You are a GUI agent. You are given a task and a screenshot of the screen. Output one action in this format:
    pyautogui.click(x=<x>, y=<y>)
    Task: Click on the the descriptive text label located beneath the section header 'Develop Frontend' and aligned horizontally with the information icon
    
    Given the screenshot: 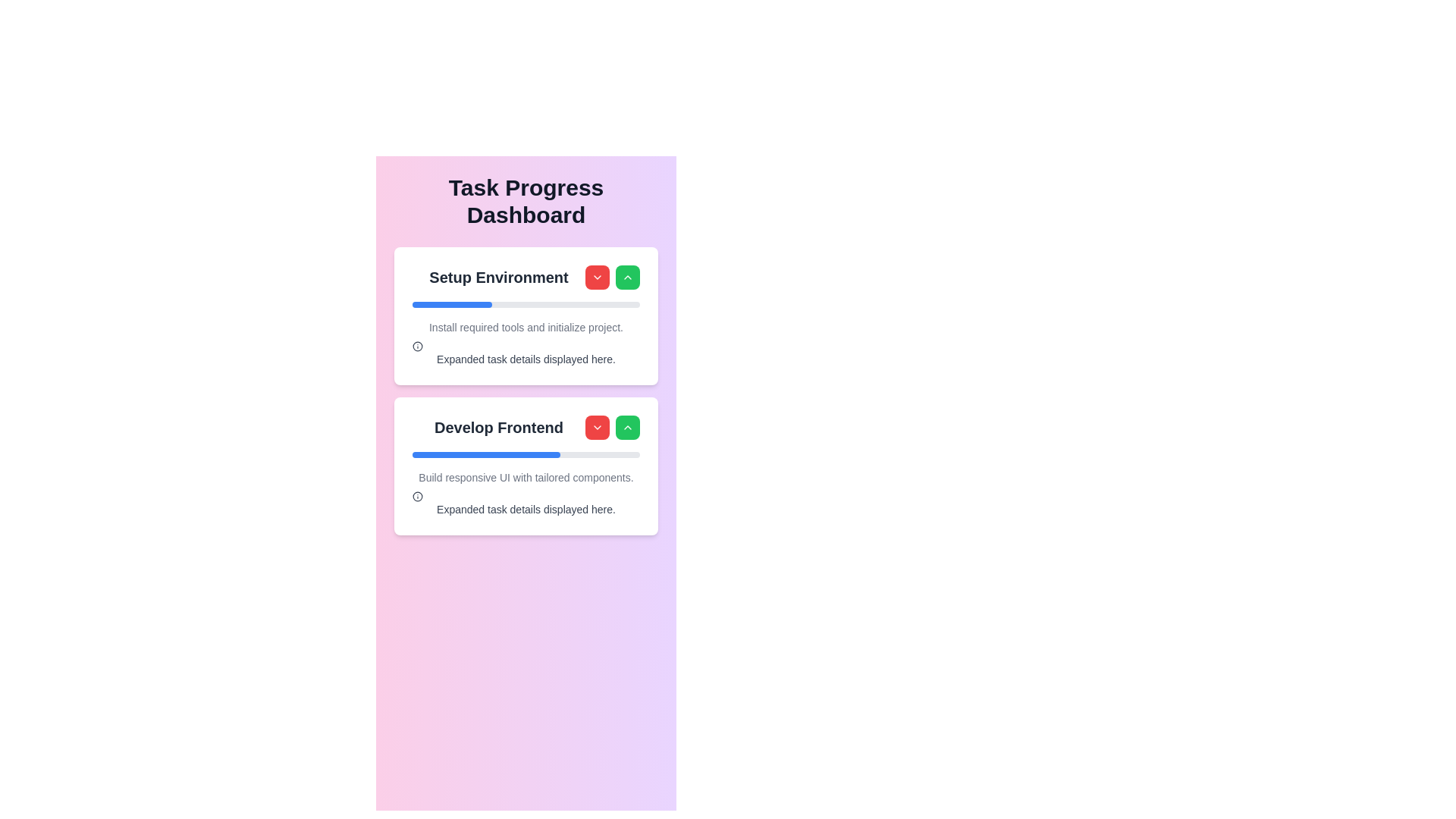 What is the action you would take?
    pyautogui.click(x=526, y=509)
    